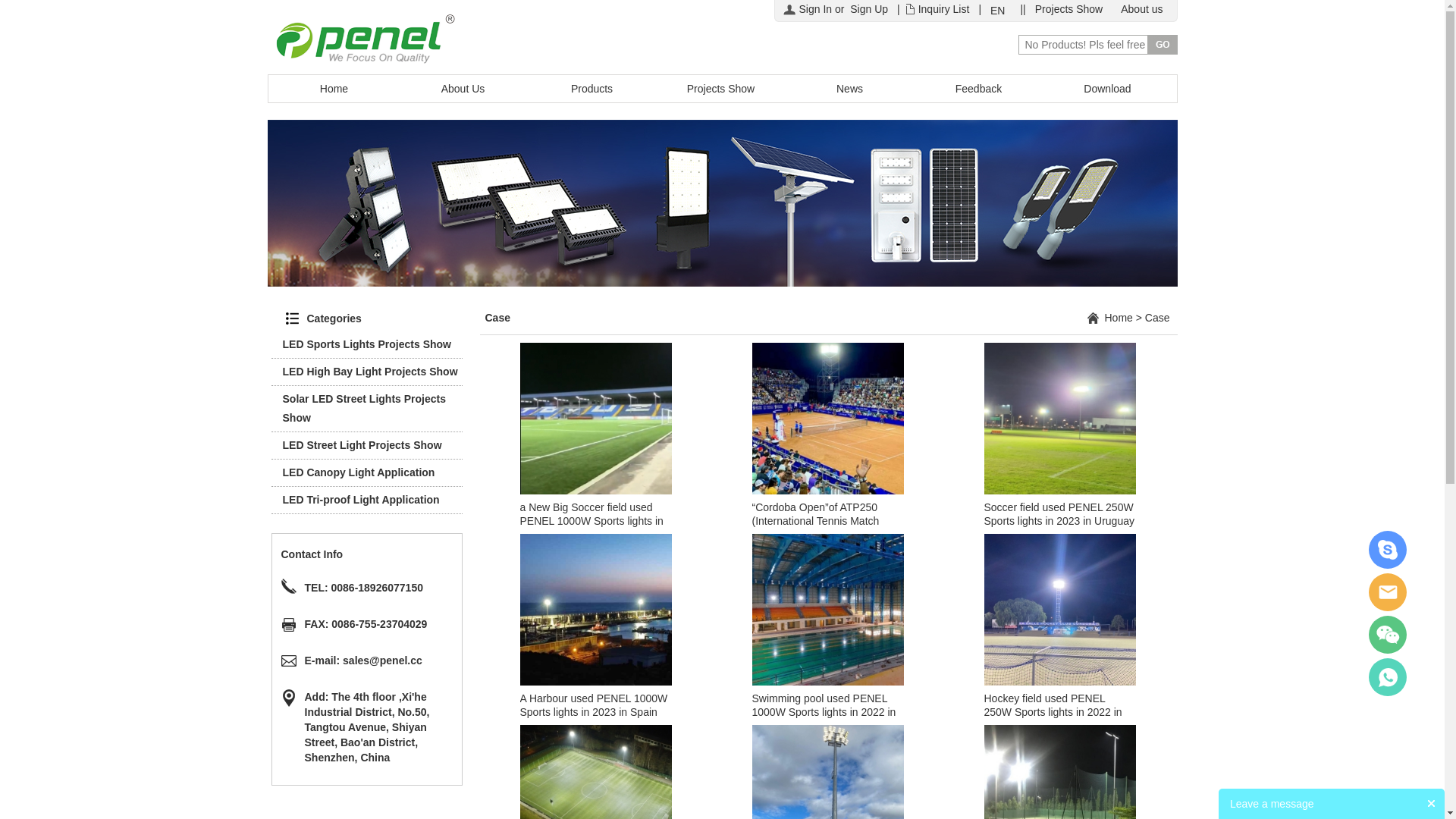  What do you see at coordinates (1107, 88) in the screenshot?
I see `'Download'` at bounding box center [1107, 88].